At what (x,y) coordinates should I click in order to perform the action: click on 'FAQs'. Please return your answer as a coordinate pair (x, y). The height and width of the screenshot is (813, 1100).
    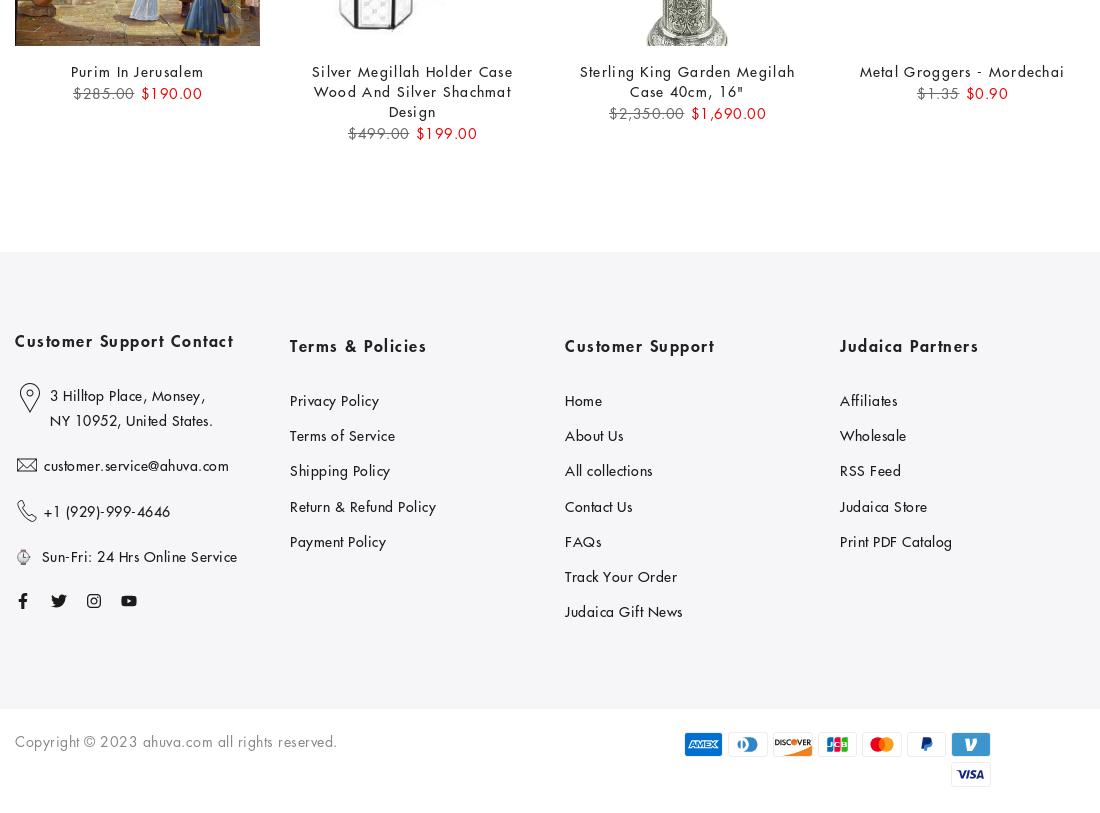
    Looking at the image, I should click on (582, 539).